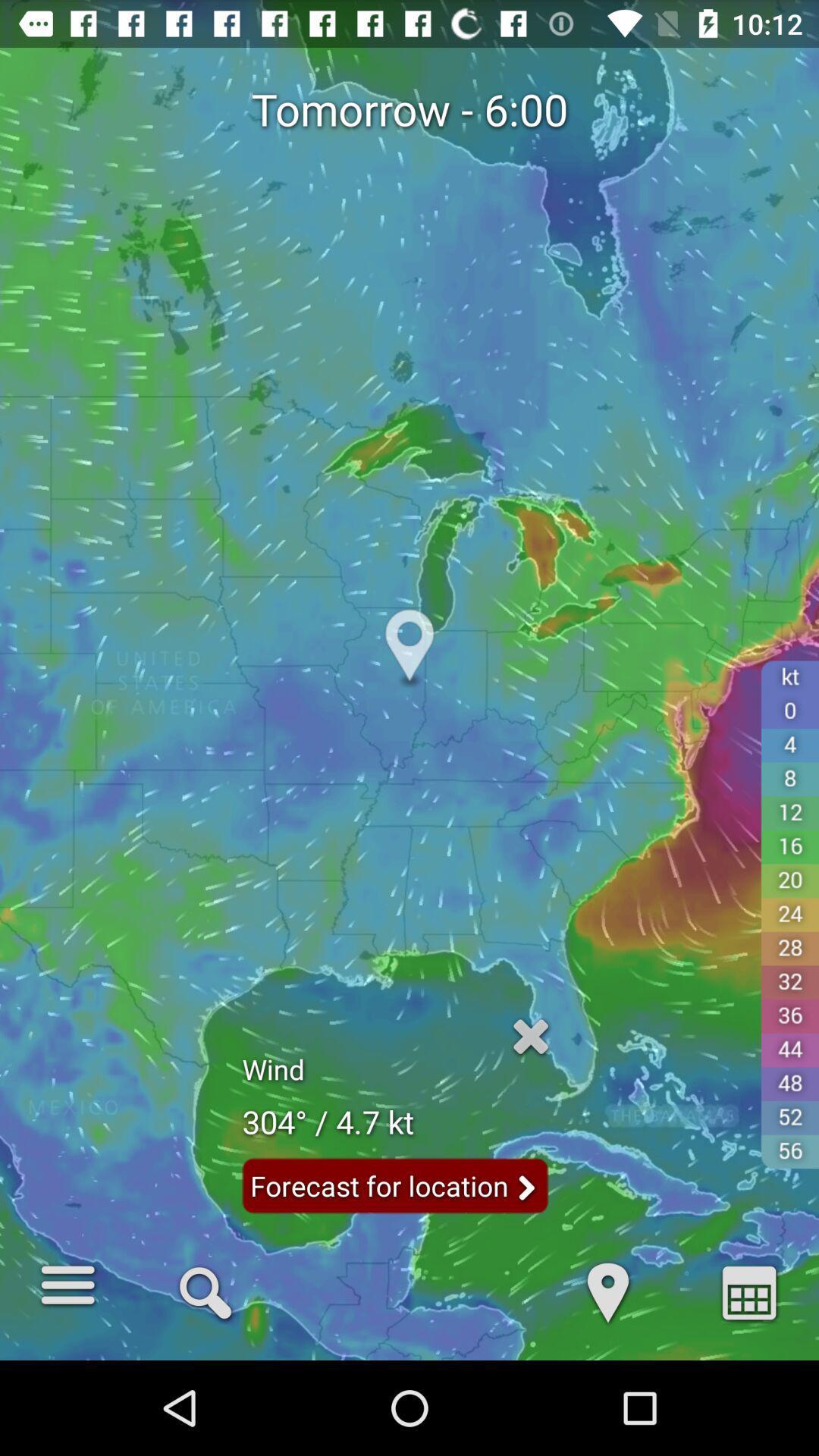  What do you see at coordinates (206, 1291) in the screenshot?
I see `the icon to the right of d item` at bounding box center [206, 1291].